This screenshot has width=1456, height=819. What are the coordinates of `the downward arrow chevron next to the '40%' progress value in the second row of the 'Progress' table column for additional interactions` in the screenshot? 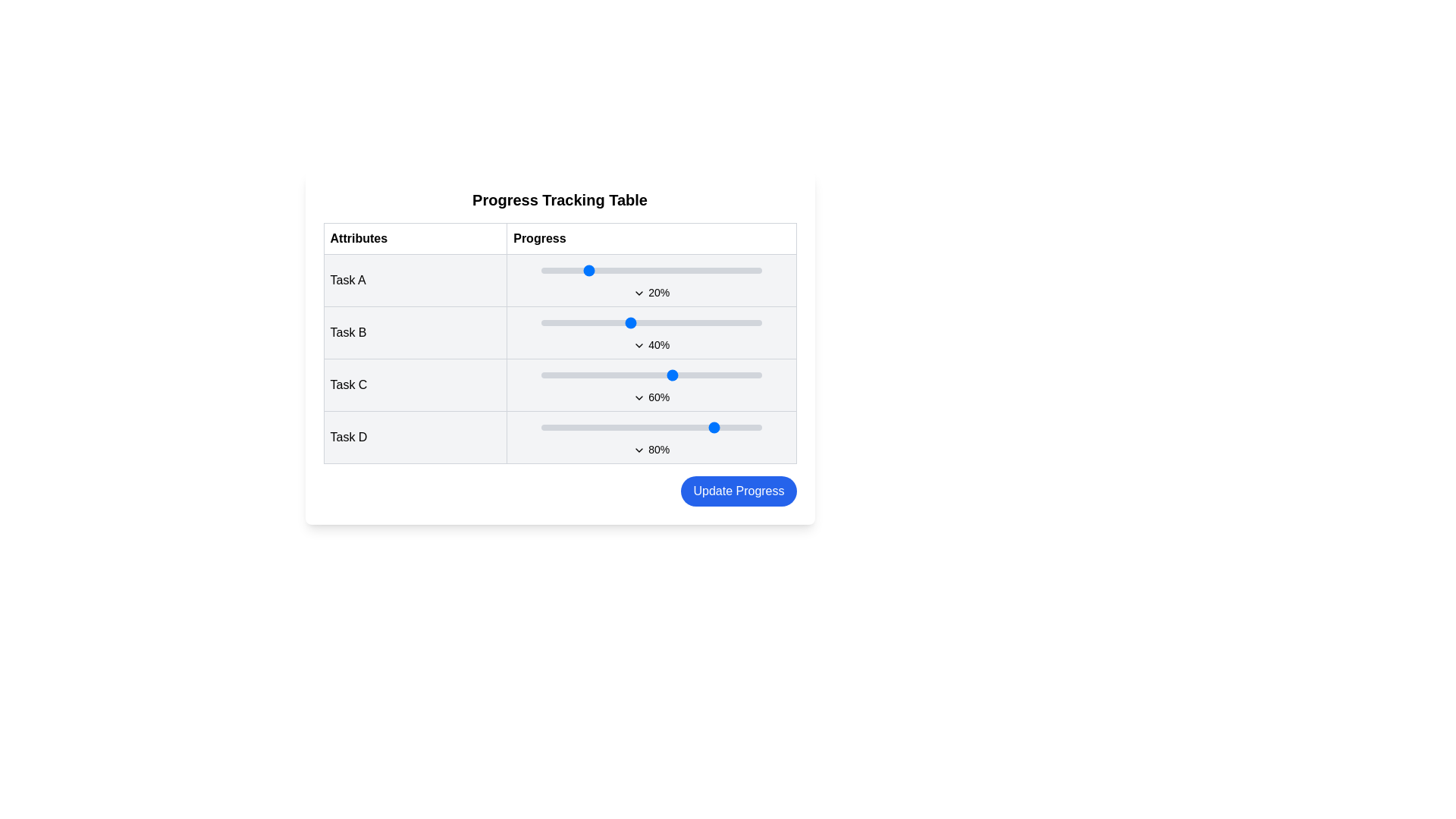 It's located at (639, 346).